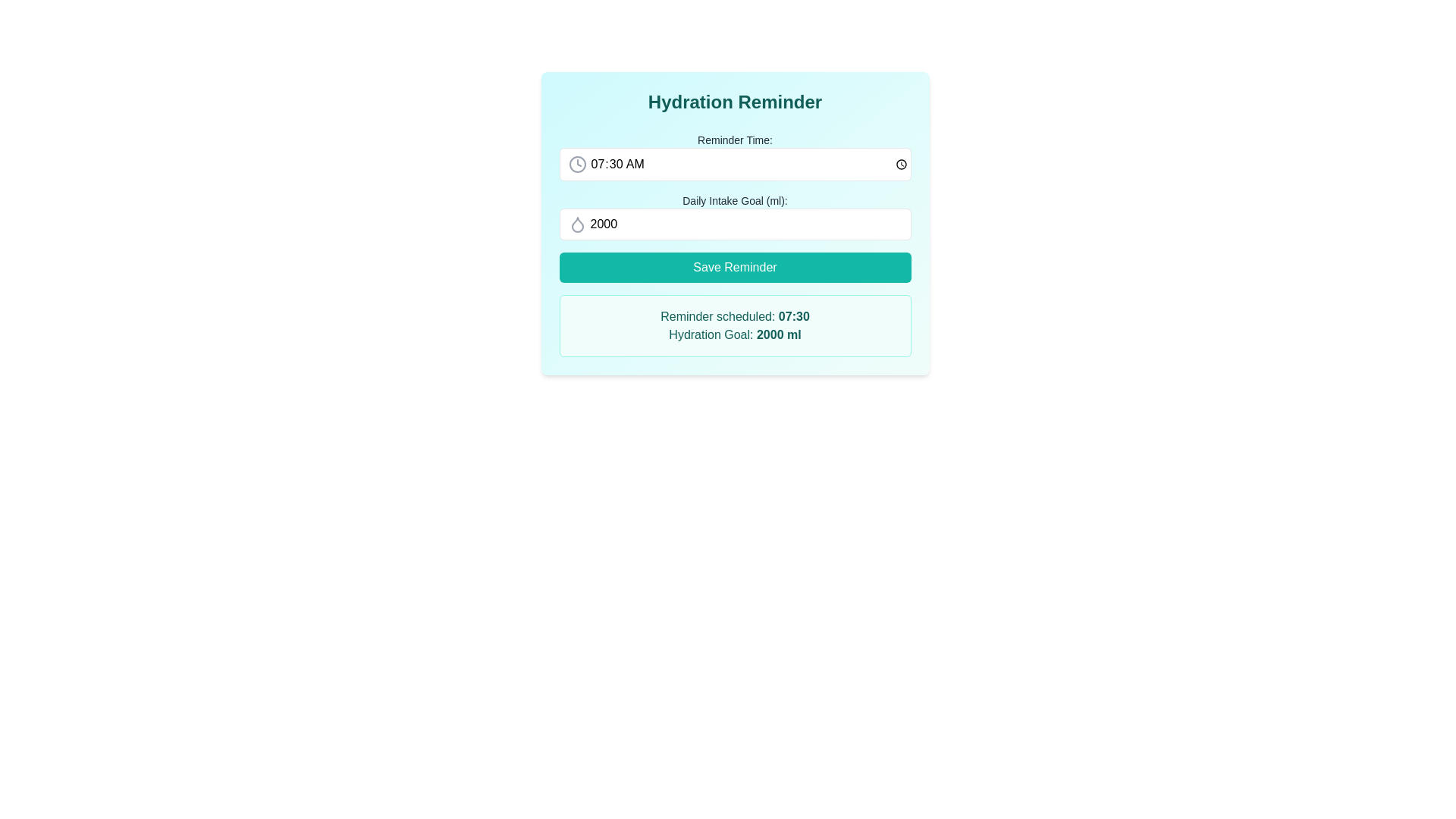  What do you see at coordinates (793, 315) in the screenshot?
I see `the Text Label displaying the scheduled reminder time '07:30' in the notification, which is part of the sentence 'Reminder scheduled: 07:30 Hydration Goal: 2000 ml'` at bounding box center [793, 315].